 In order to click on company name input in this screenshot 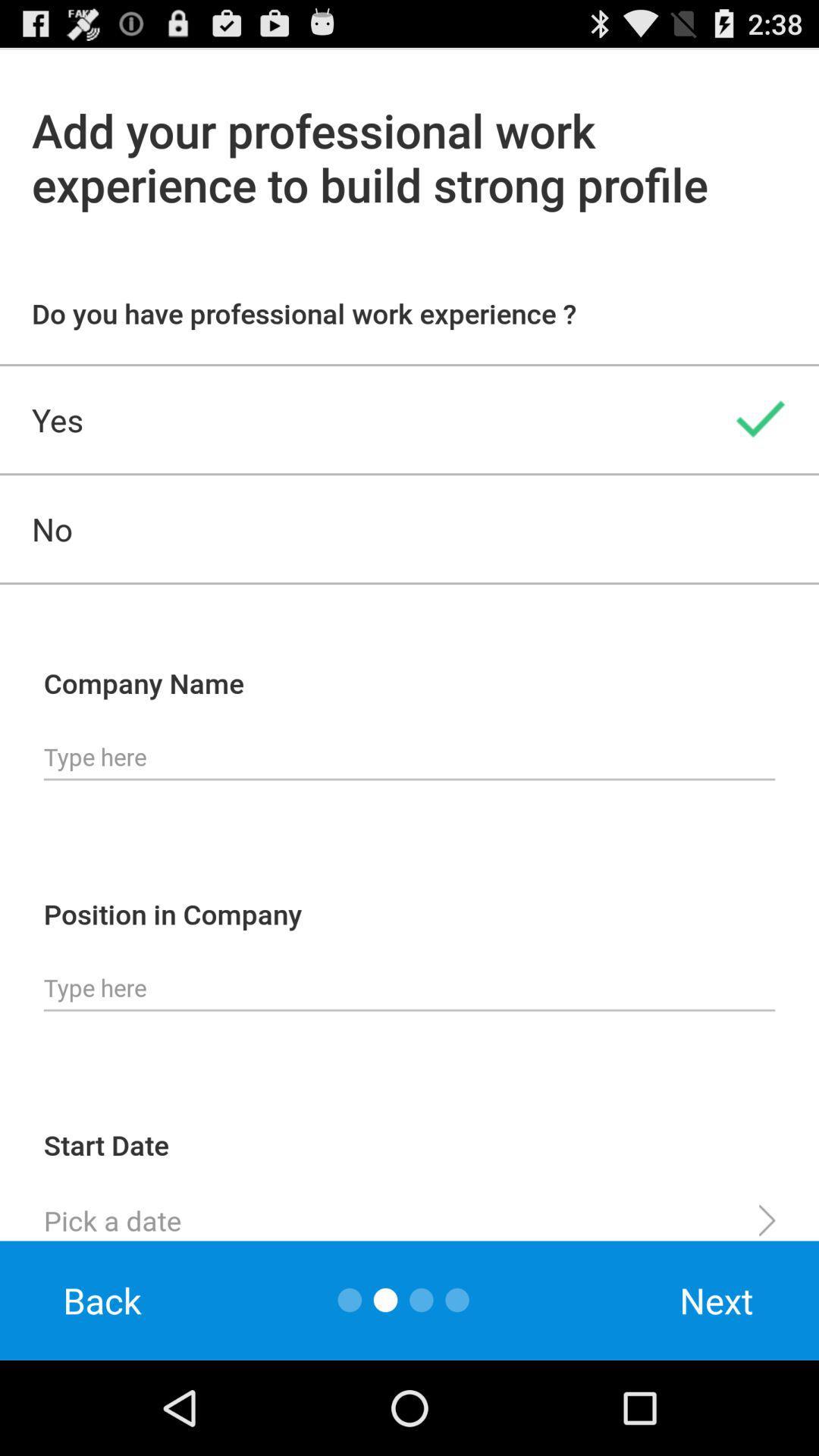, I will do `click(409, 757)`.